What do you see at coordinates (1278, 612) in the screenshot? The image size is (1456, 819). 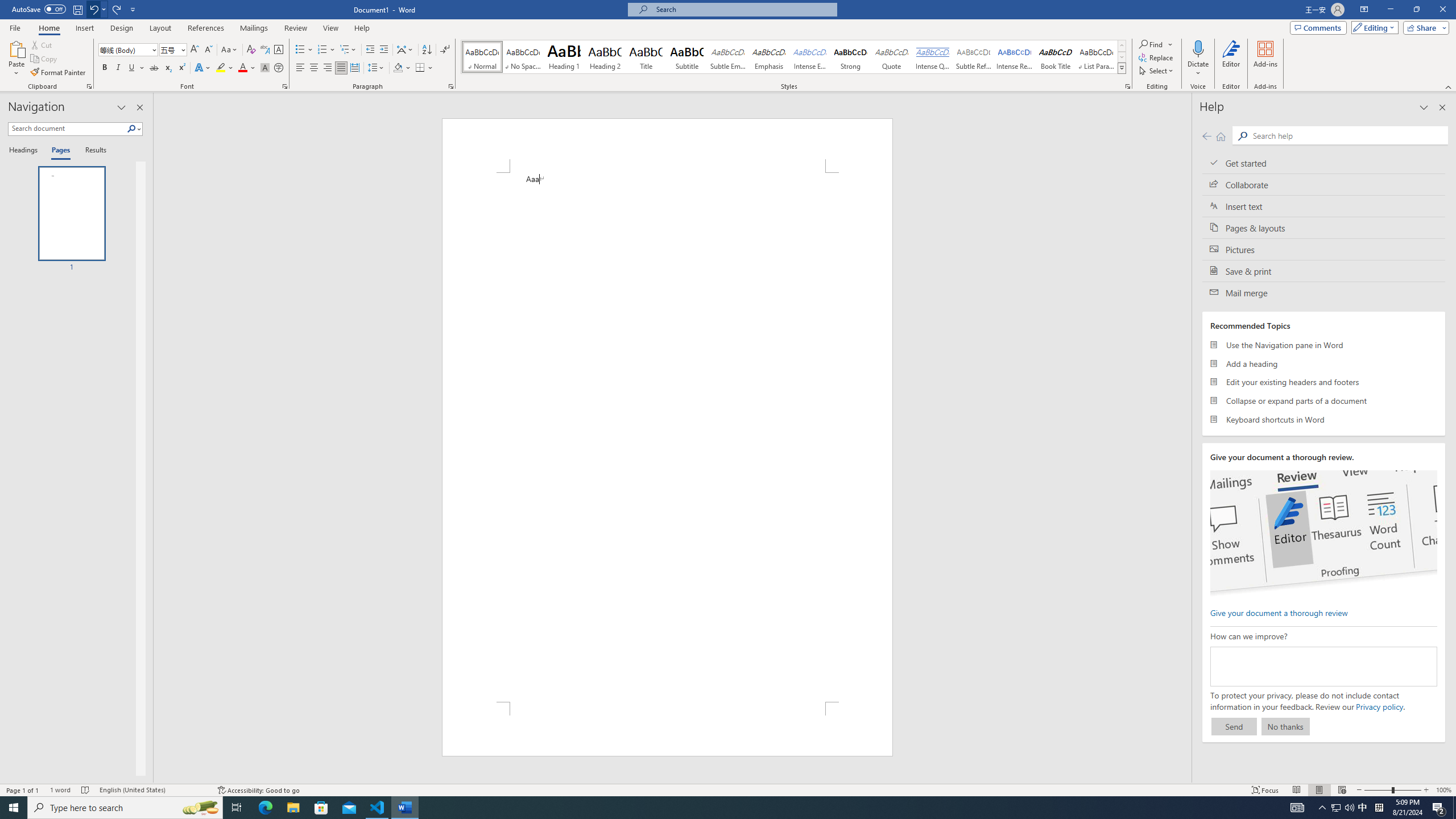 I see `'Give your document a thorough review'` at bounding box center [1278, 612].